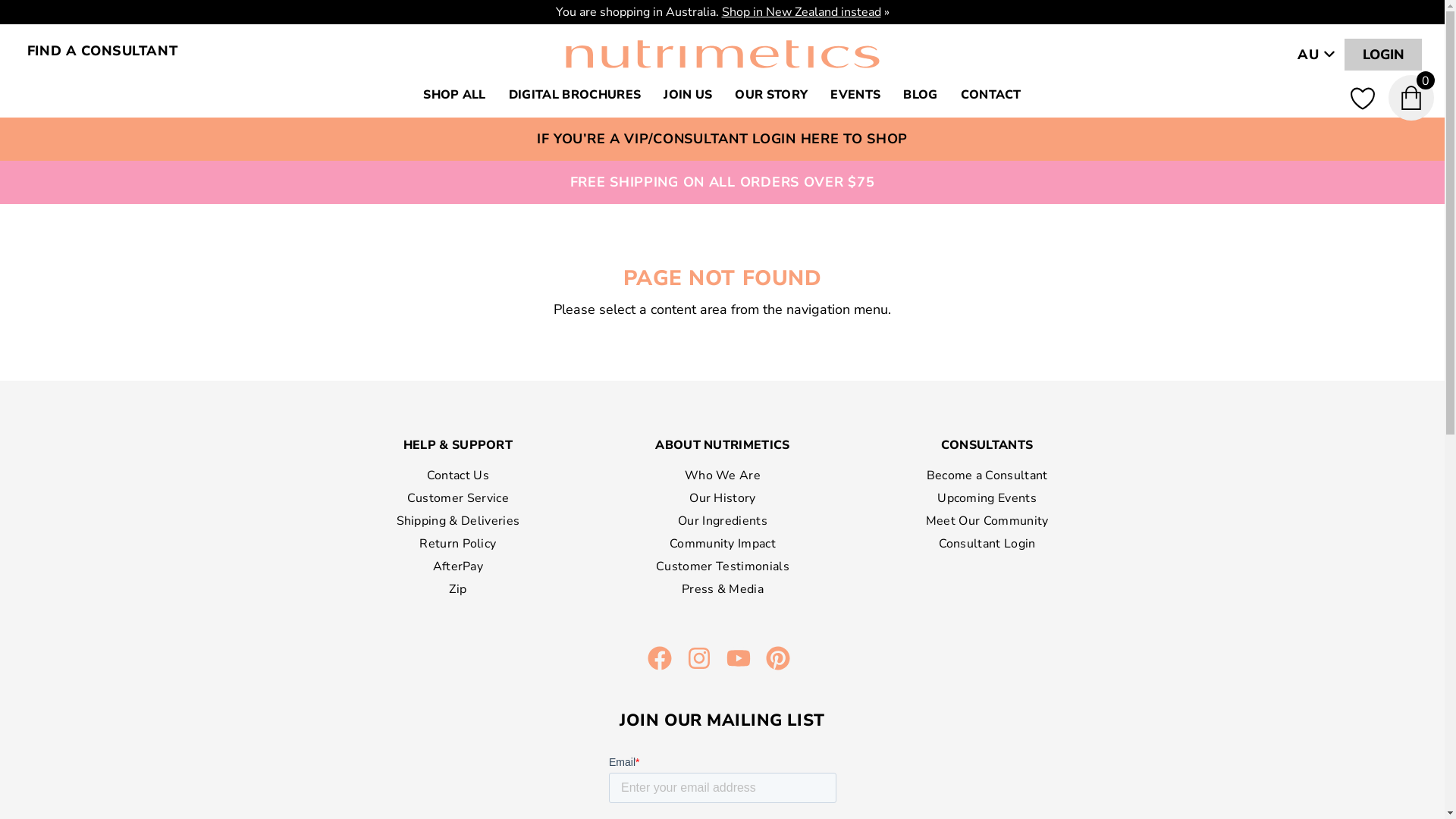  I want to click on 'Press & Media', so click(721, 588).